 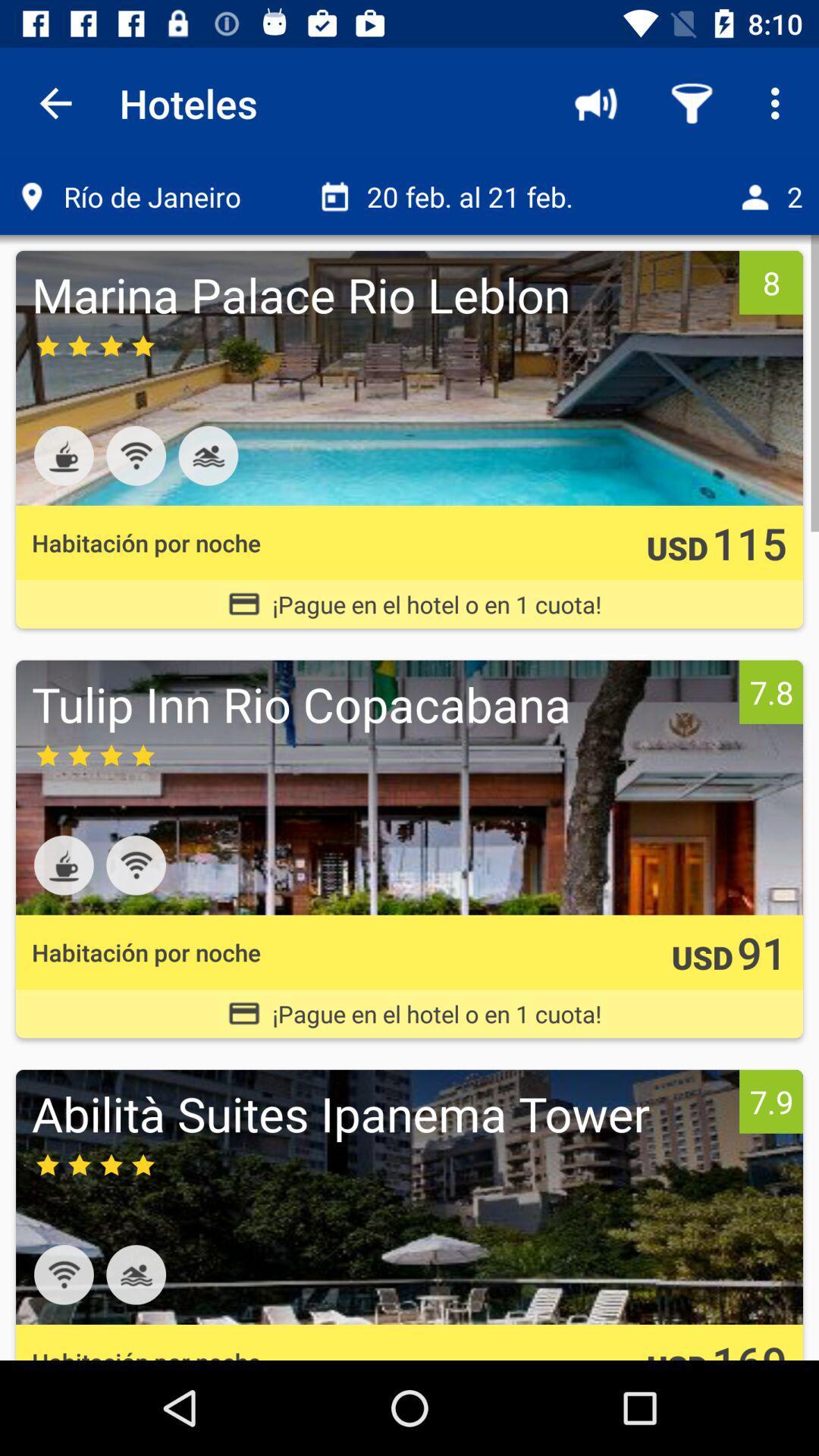 What do you see at coordinates (595, 102) in the screenshot?
I see `the item to the right of the hoteles item` at bounding box center [595, 102].